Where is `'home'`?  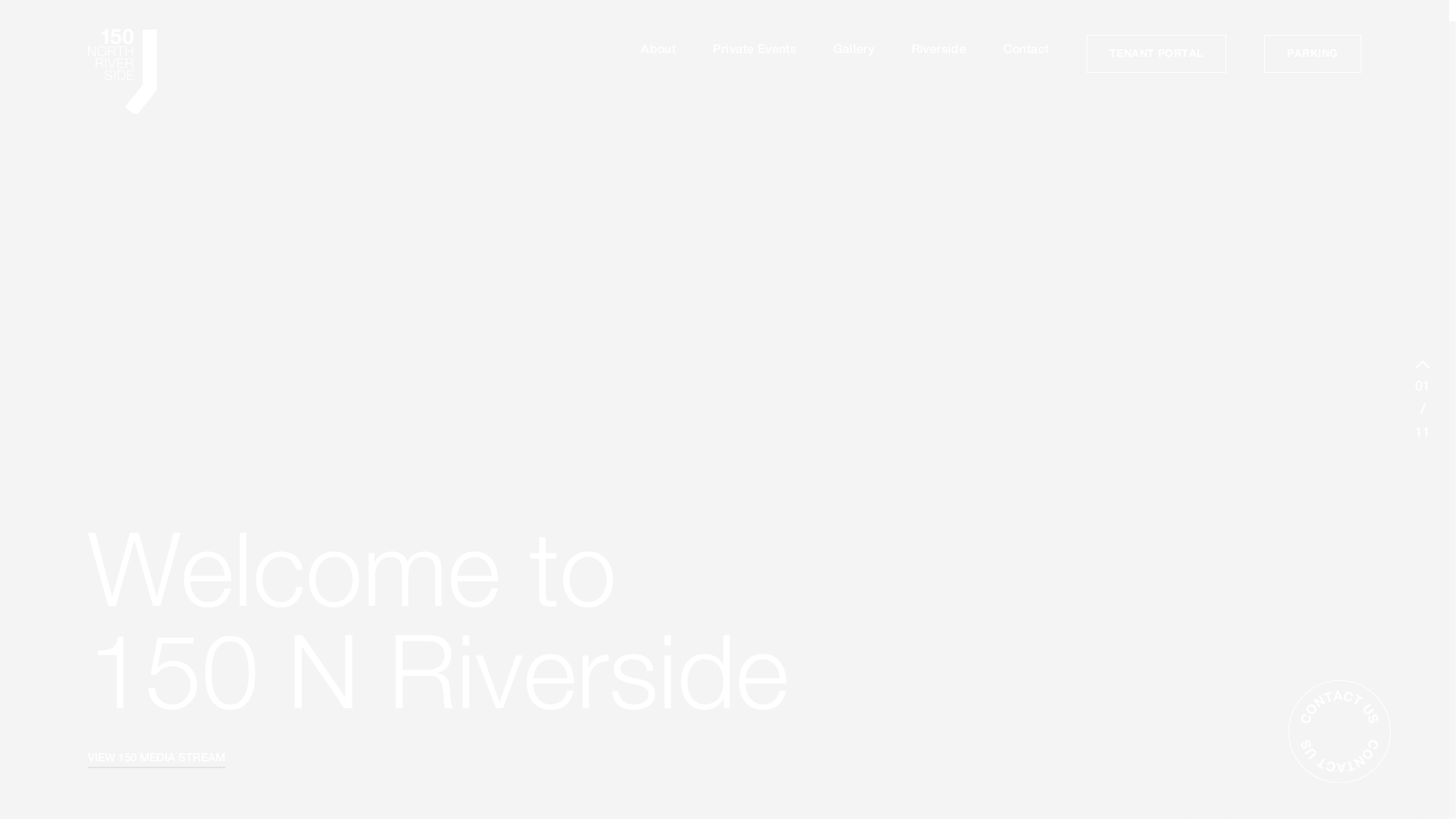
'home' is located at coordinates (130, 73).